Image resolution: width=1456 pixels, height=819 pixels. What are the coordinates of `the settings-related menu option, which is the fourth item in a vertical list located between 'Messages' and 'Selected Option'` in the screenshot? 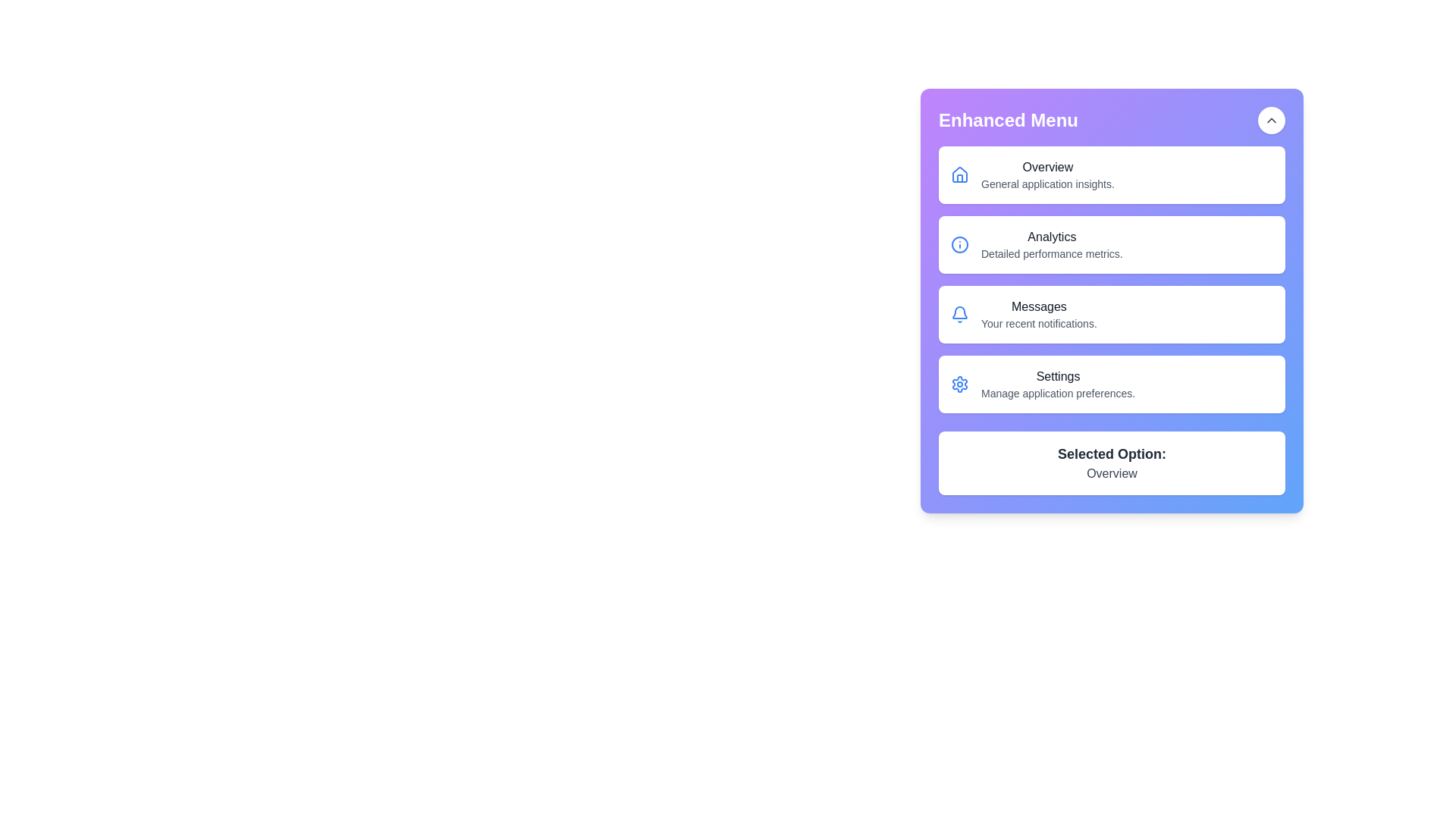 It's located at (1112, 383).